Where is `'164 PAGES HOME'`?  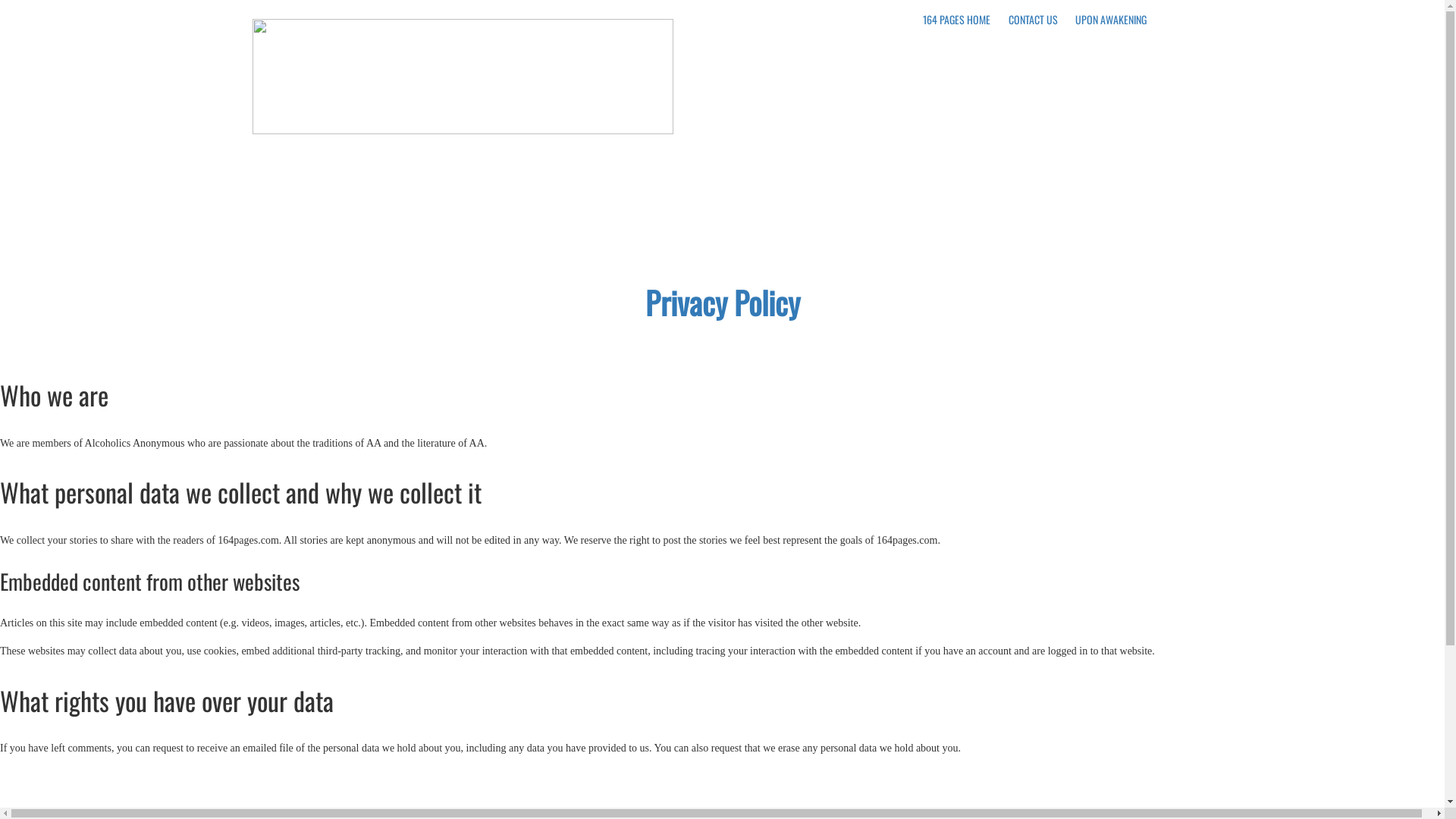
'164 PAGES HOME' is located at coordinates (955, 19).